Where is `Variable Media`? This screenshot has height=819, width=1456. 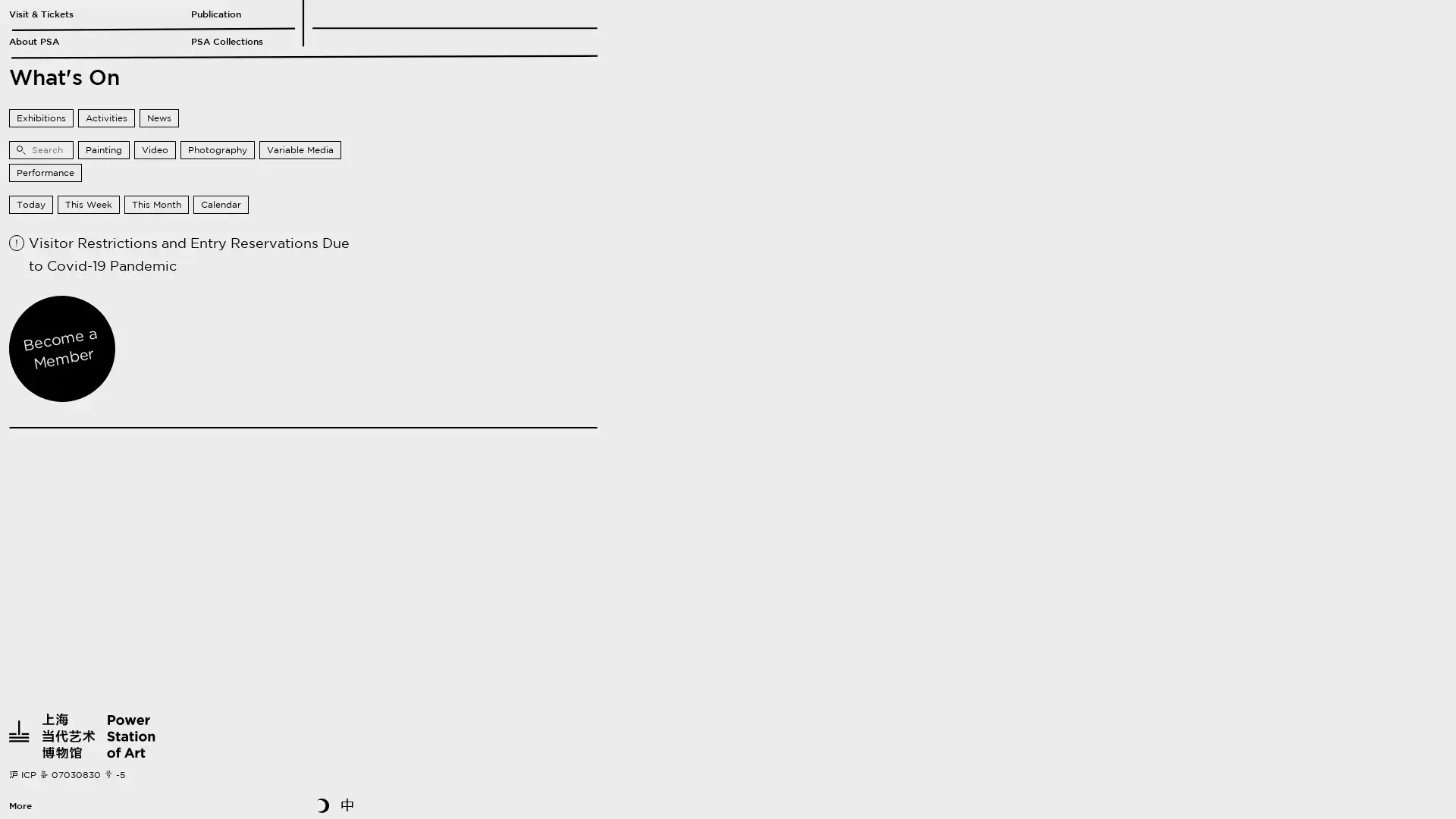
Variable Media is located at coordinates (300, 149).